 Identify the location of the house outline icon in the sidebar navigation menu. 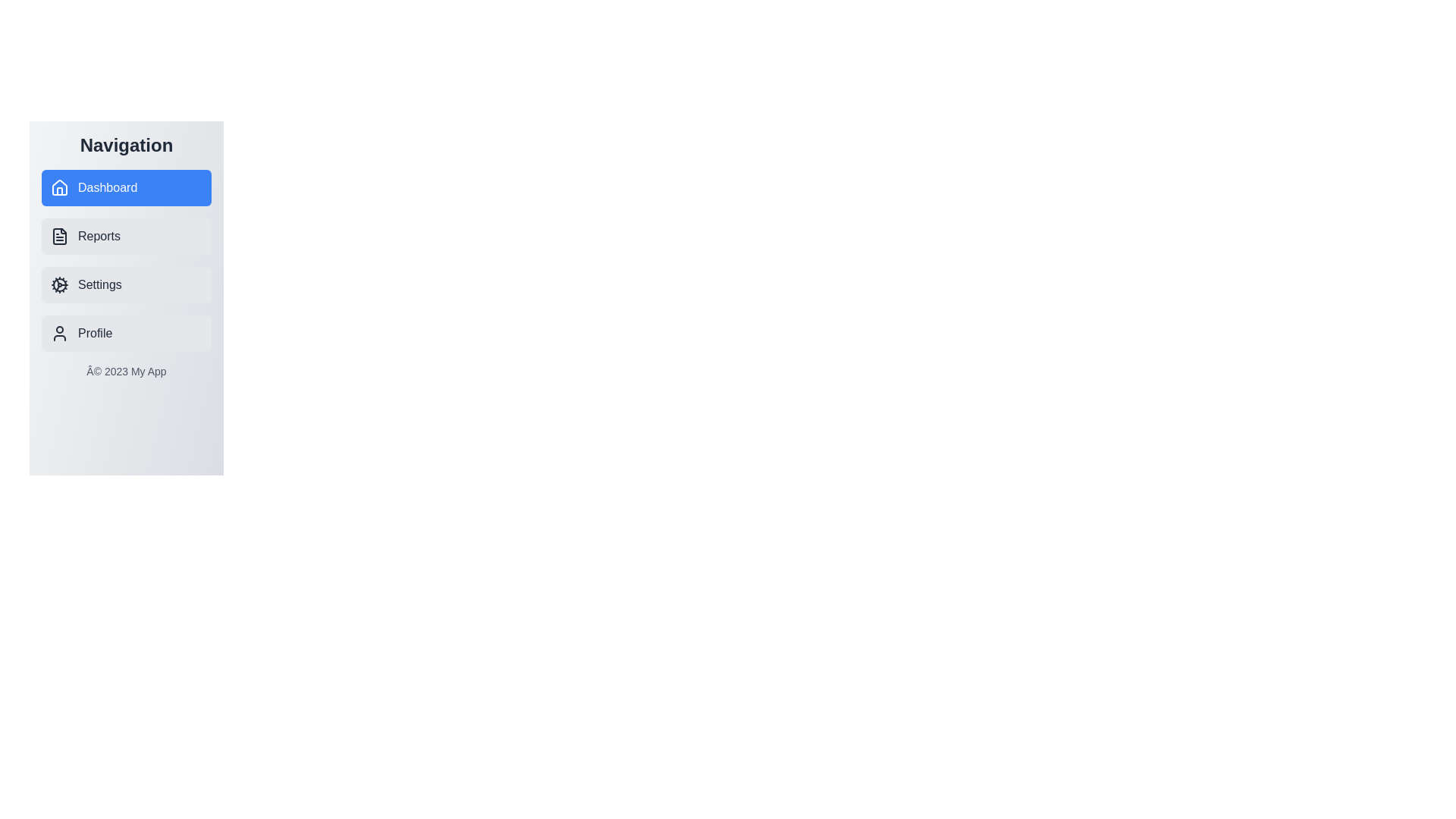
(59, 187).